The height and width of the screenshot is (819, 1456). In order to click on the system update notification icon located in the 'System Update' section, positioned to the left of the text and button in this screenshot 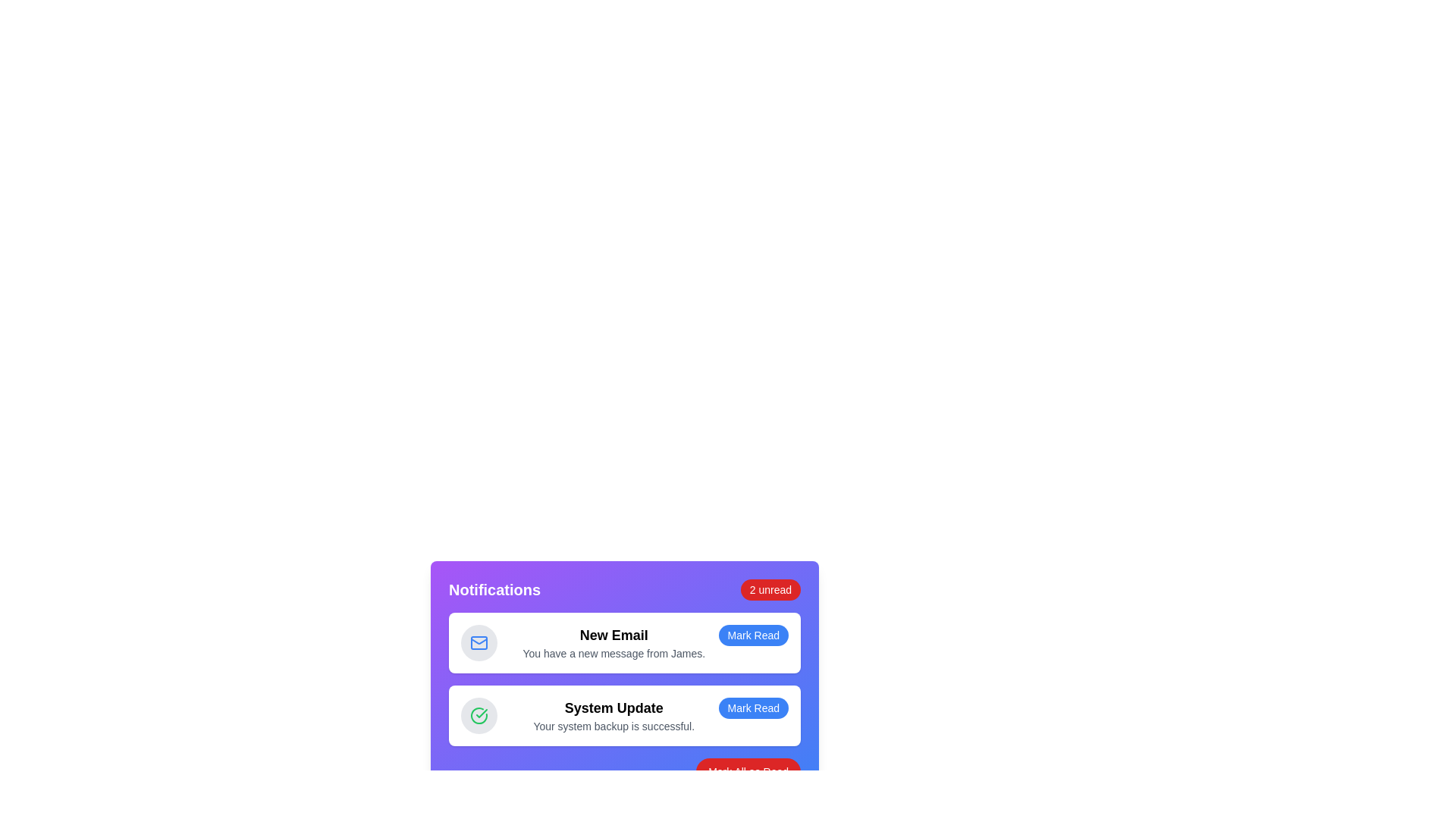, I will do `click(481, 714)`.